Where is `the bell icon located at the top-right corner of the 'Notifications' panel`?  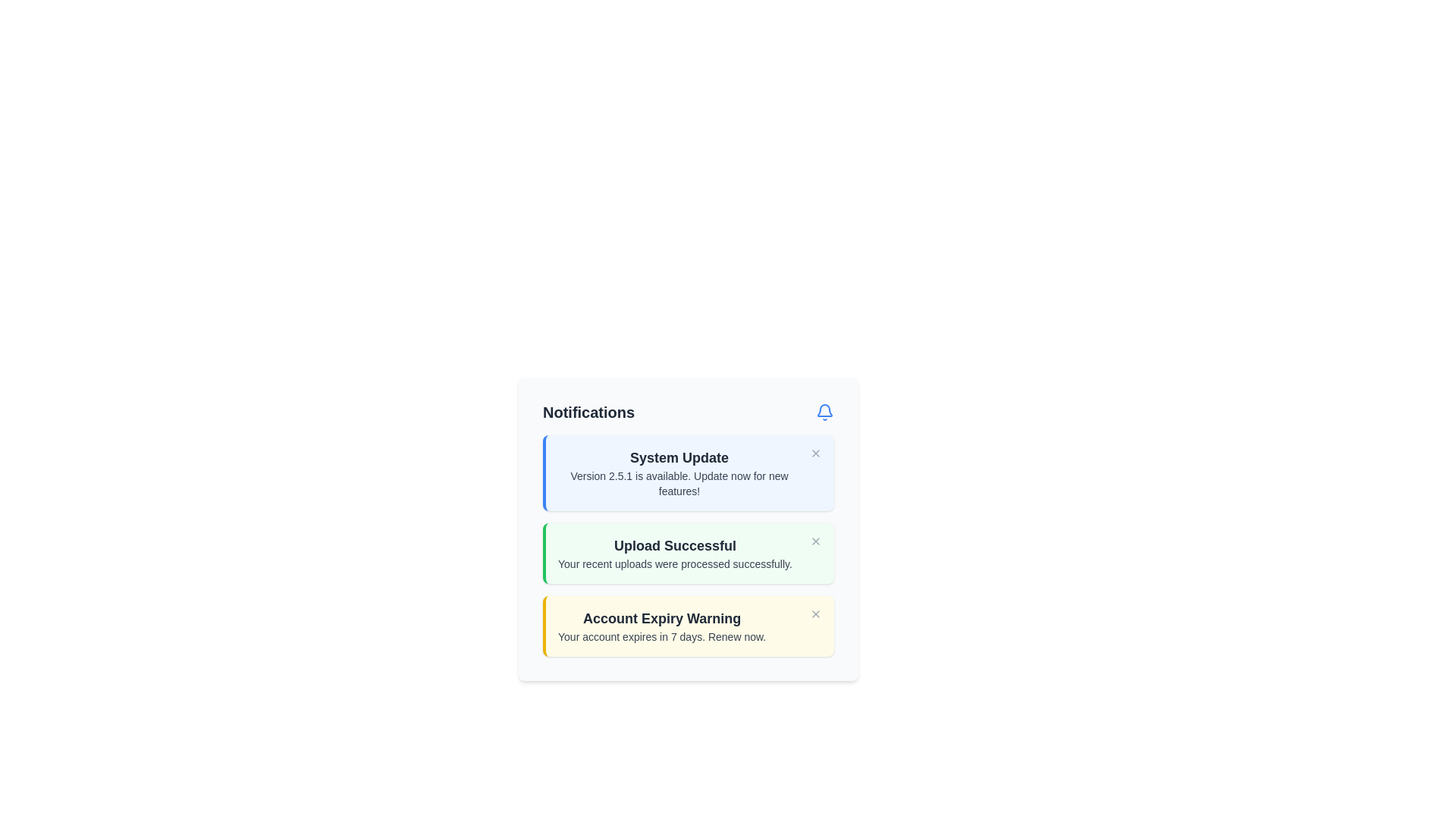
the bell icon located at the top-right corner of the 'Notifications' panel is located at coordinates (824, 410).